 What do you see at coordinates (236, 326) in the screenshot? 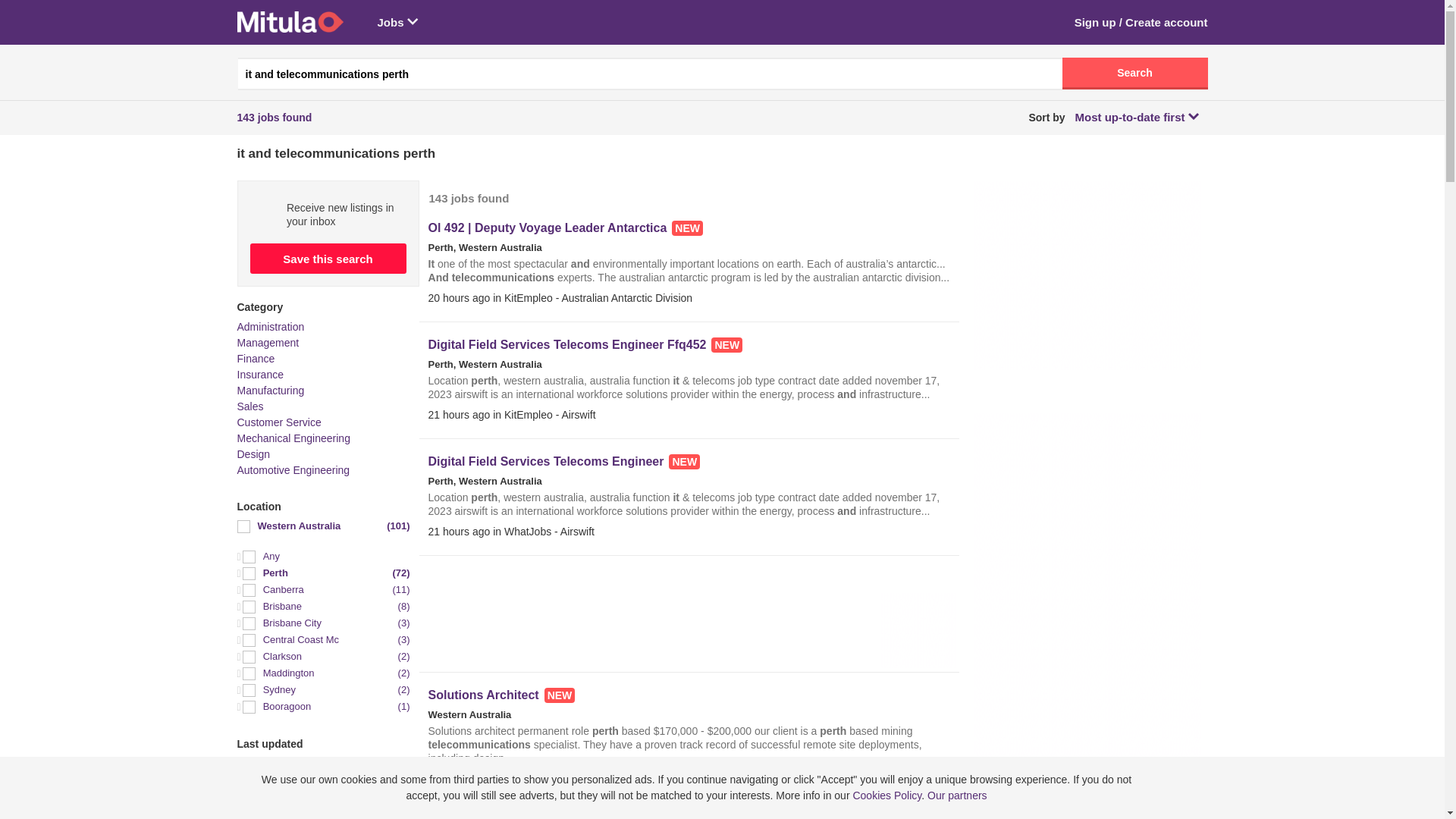
I see `'Administration'` at bounding box center [236, 326].